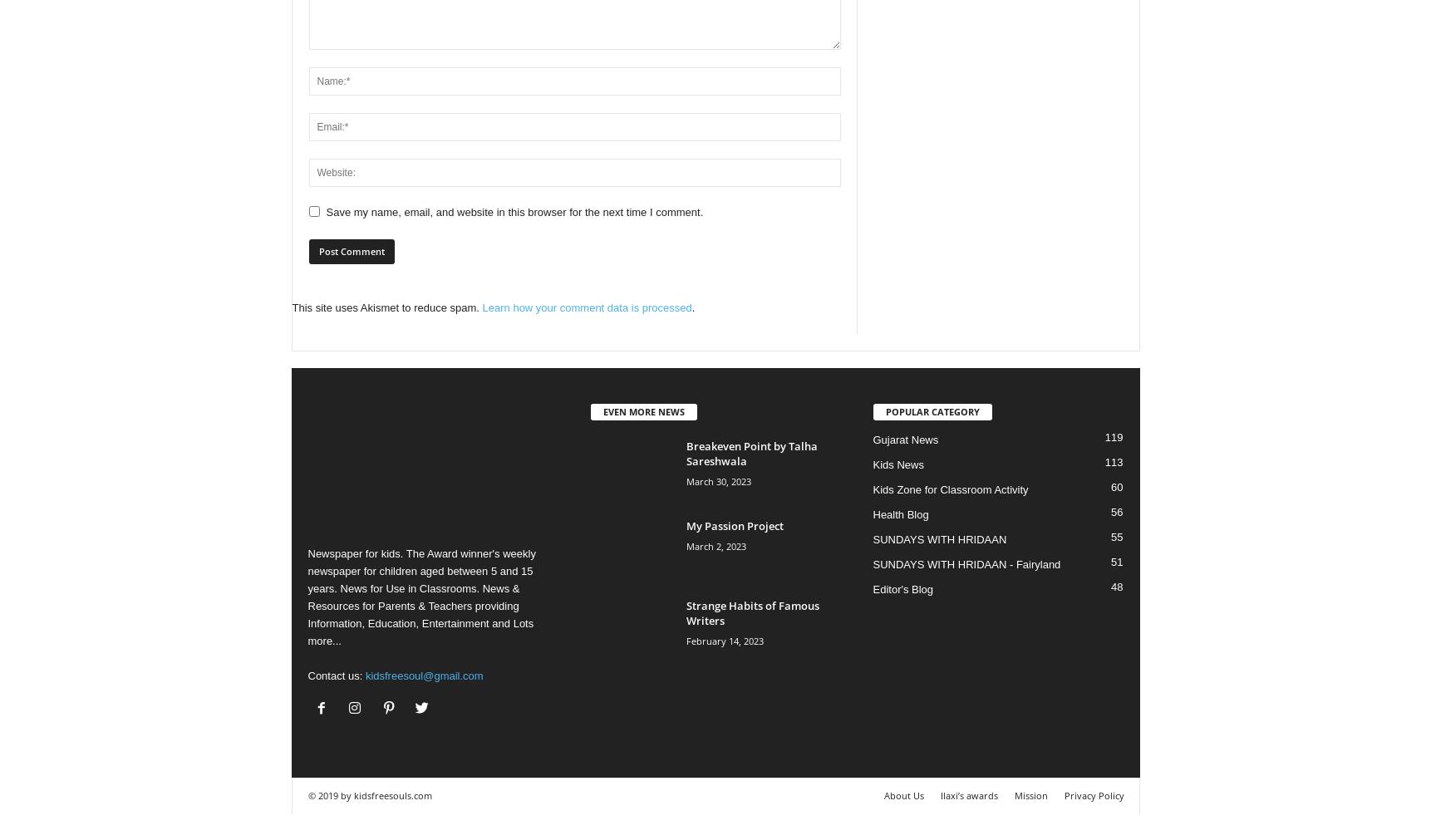  I want to click on 'About Us', so click(902, 794).